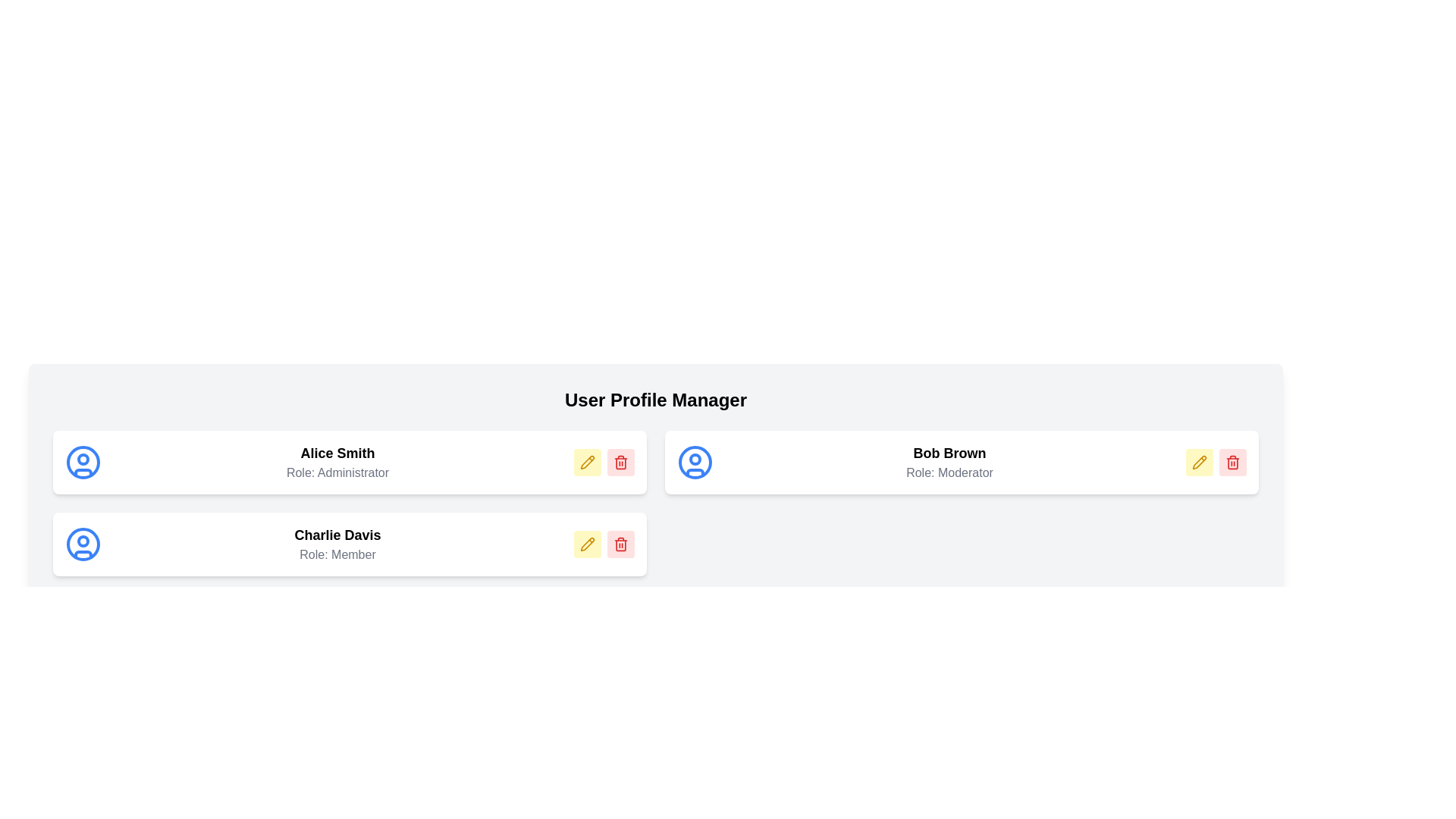  What do you see at coordinates (603, 543) in the screenshot?
I see `the trash bin button located at the bottom-right corner of the 'Charlie Davis' profile card` at bounding box center [603, 543].